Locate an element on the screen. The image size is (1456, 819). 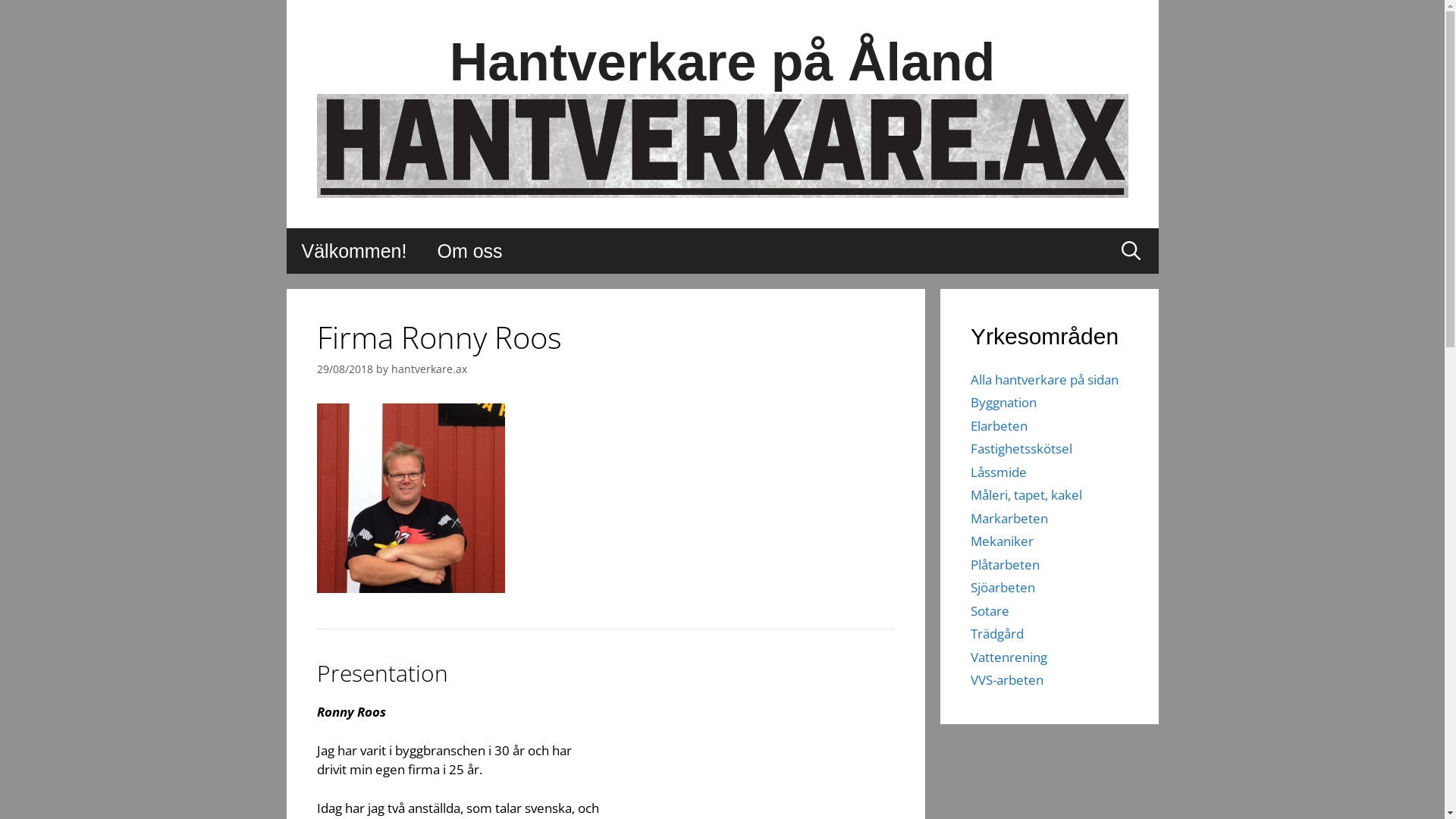
'Byggnation' is located at coordinates (1003, 401).